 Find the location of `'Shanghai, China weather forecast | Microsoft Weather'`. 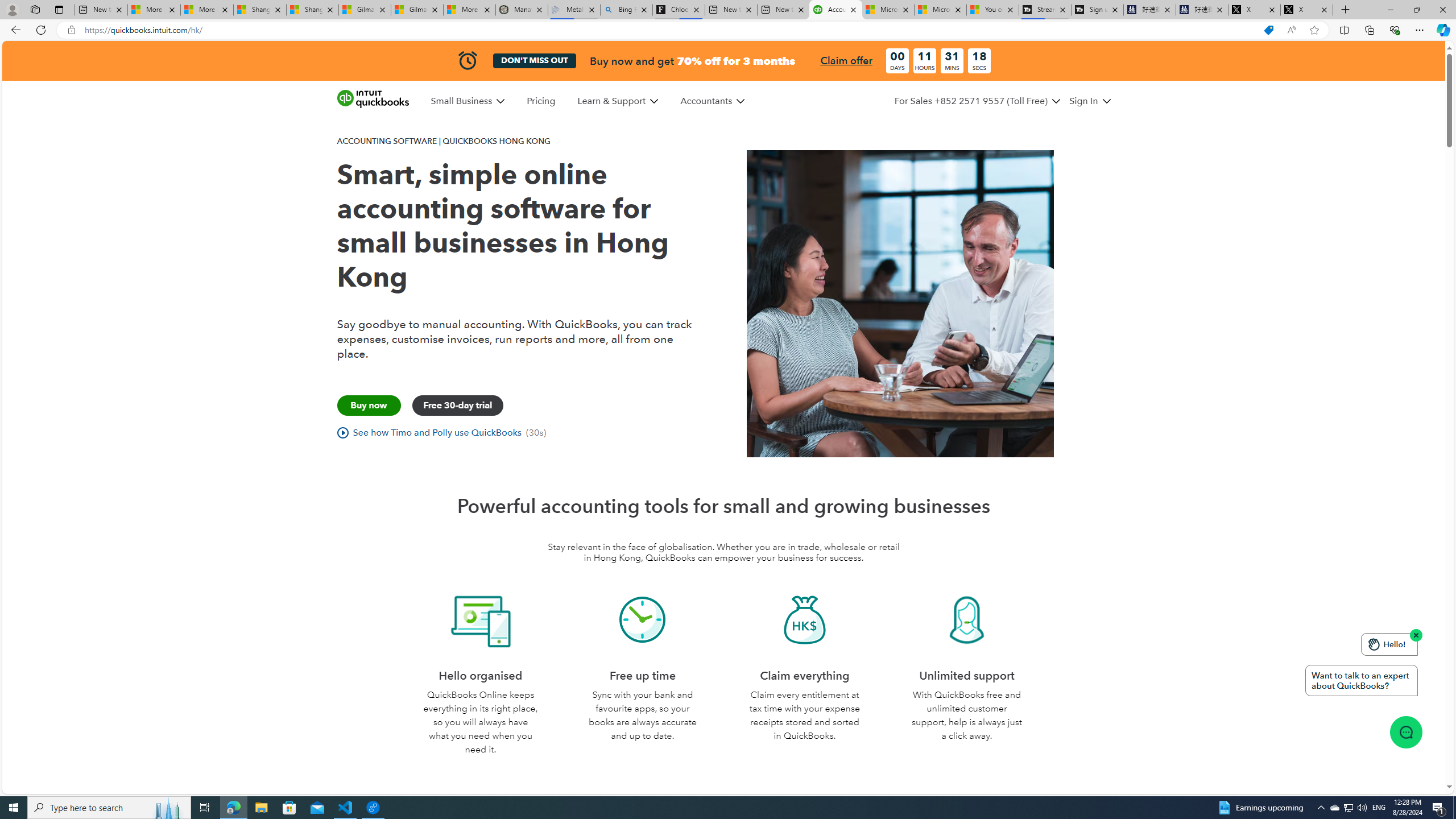

'Shanghai, China weather forecast | Microsoft Weather' is located at coordinates (312, 9).